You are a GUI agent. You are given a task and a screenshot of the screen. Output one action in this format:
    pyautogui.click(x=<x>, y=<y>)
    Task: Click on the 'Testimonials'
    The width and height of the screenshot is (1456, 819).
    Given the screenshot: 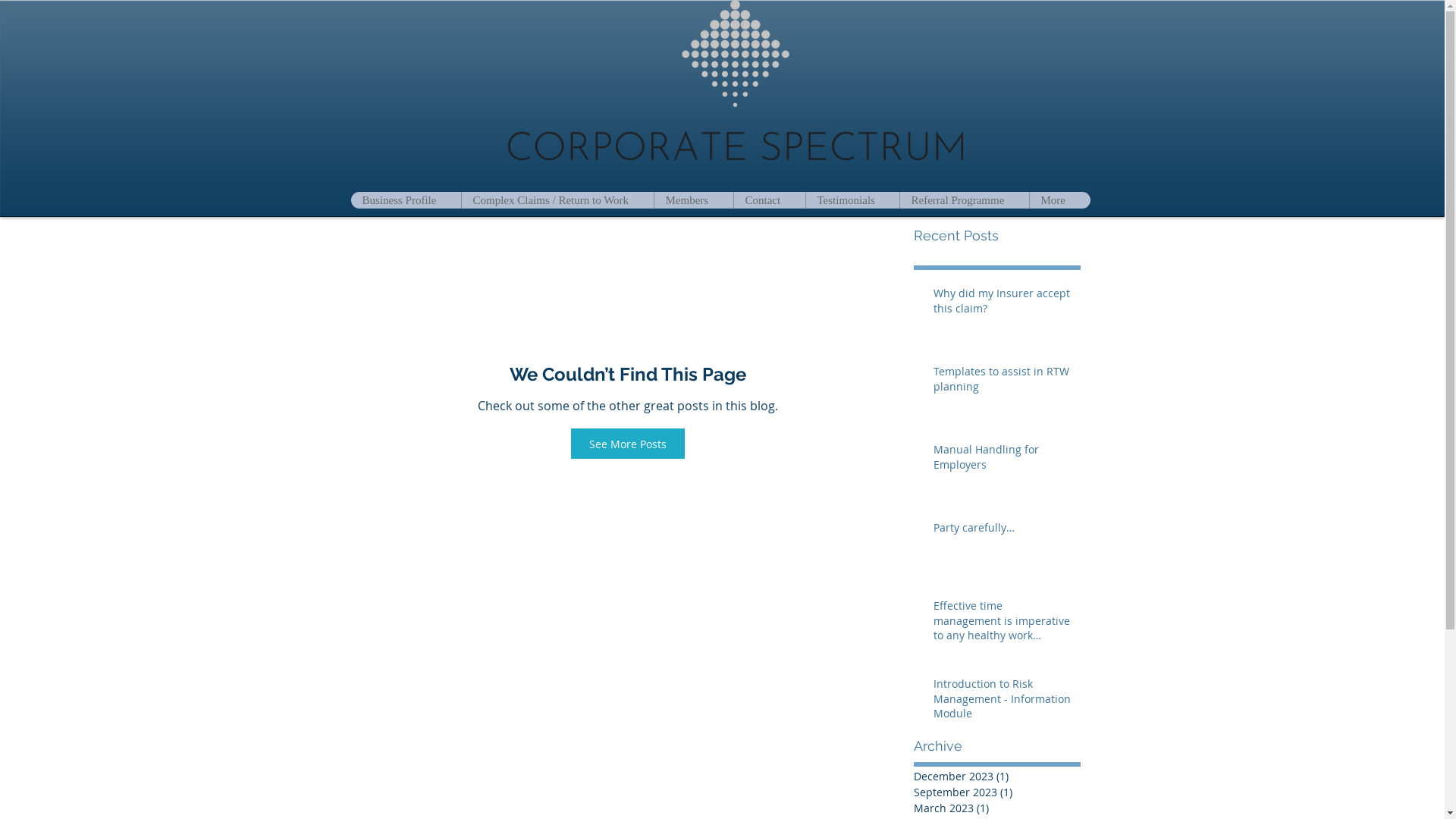 What is the action you would take?
    pyautogui.click(x=852, y=199)
    